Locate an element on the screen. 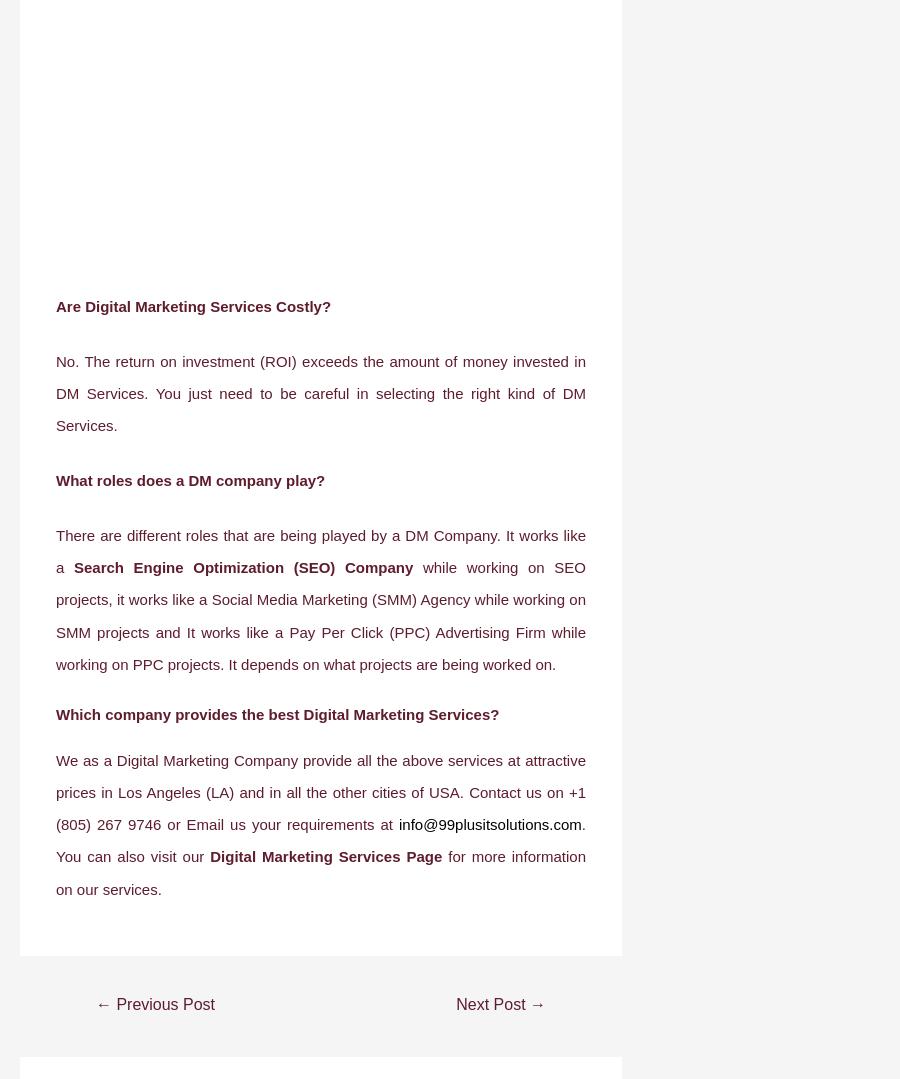 Image resolution: width=900 pixels, height=1079 pixels. 'We as a Digital Marketing Company provide all the above services at attractive prices in Los Angeles (LA) and in all the other cities of USA. Contact us on +1 (805) 267 9746 or Email us your requirements at' is located at coordinates (320, 790).